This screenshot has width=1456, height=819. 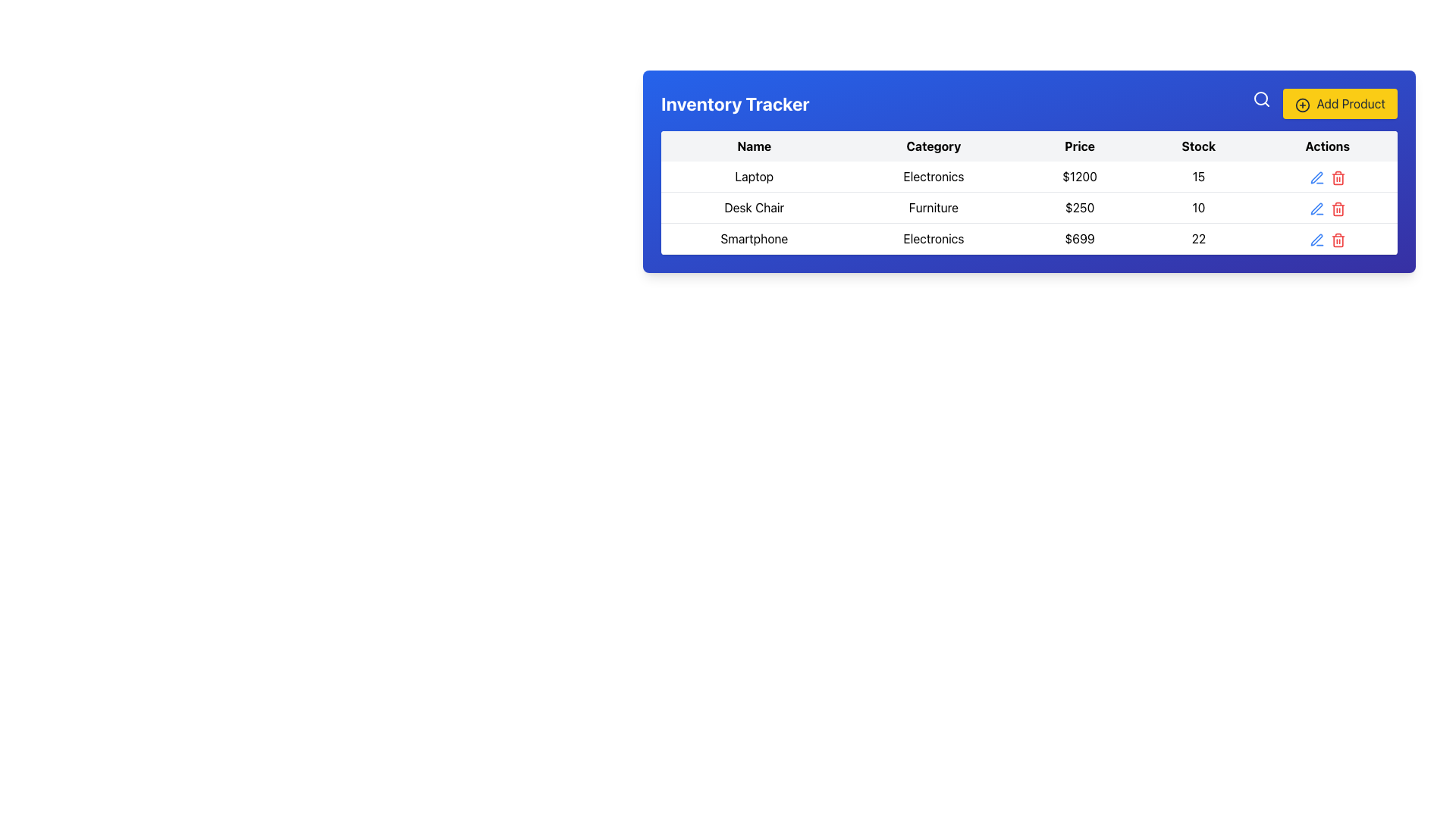 What do you see at coordinates (1302, 104) in the screenshot?
I see `the circular outline of the decorative component inside the yellow 'Add Product' button located in the top-right area of the interface` at bounding box center [1302, 104].